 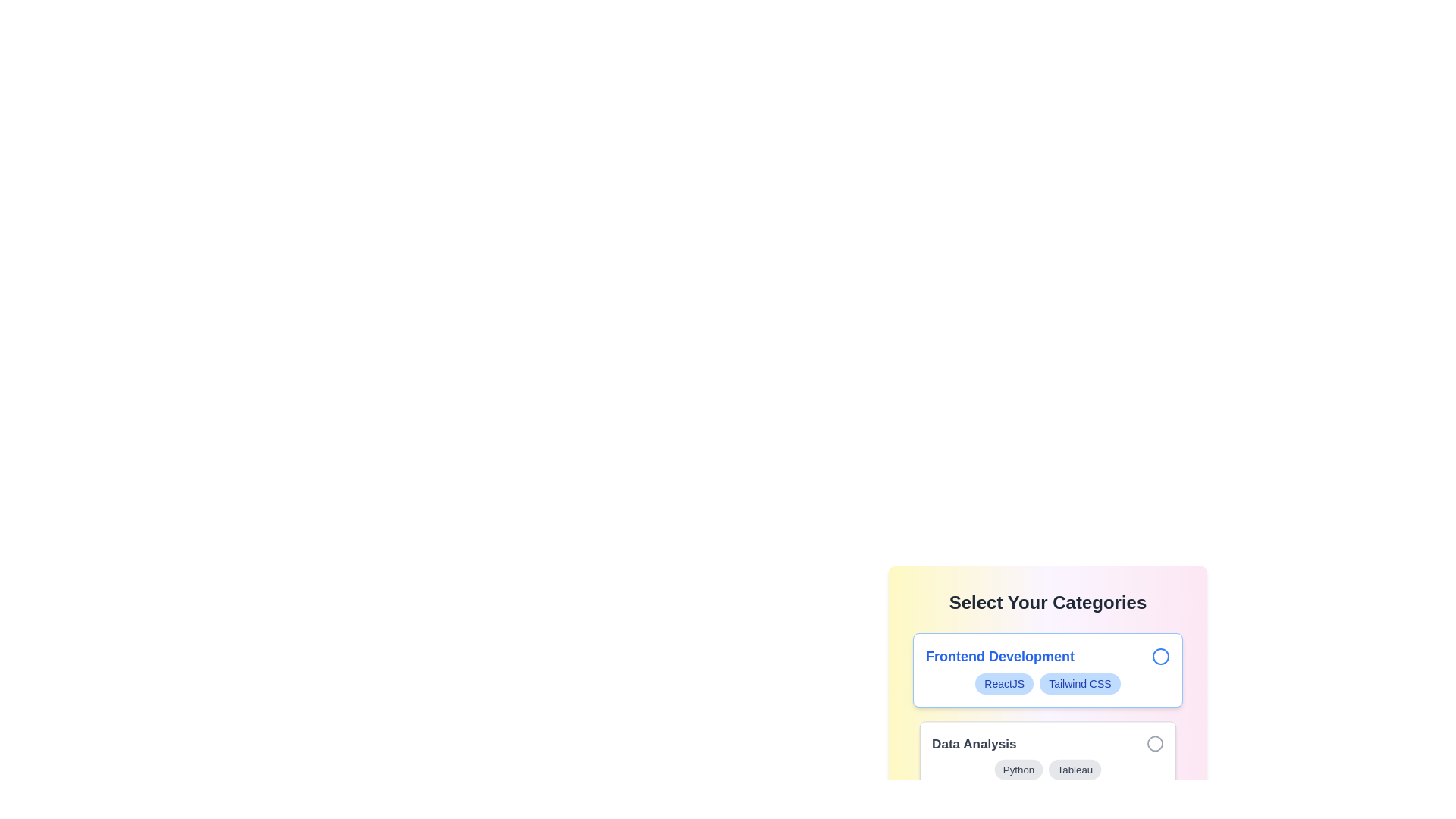 I want to click on the chip corresponding to Data Analysis by clicking its circle icon, so click(x=1153, y=742).